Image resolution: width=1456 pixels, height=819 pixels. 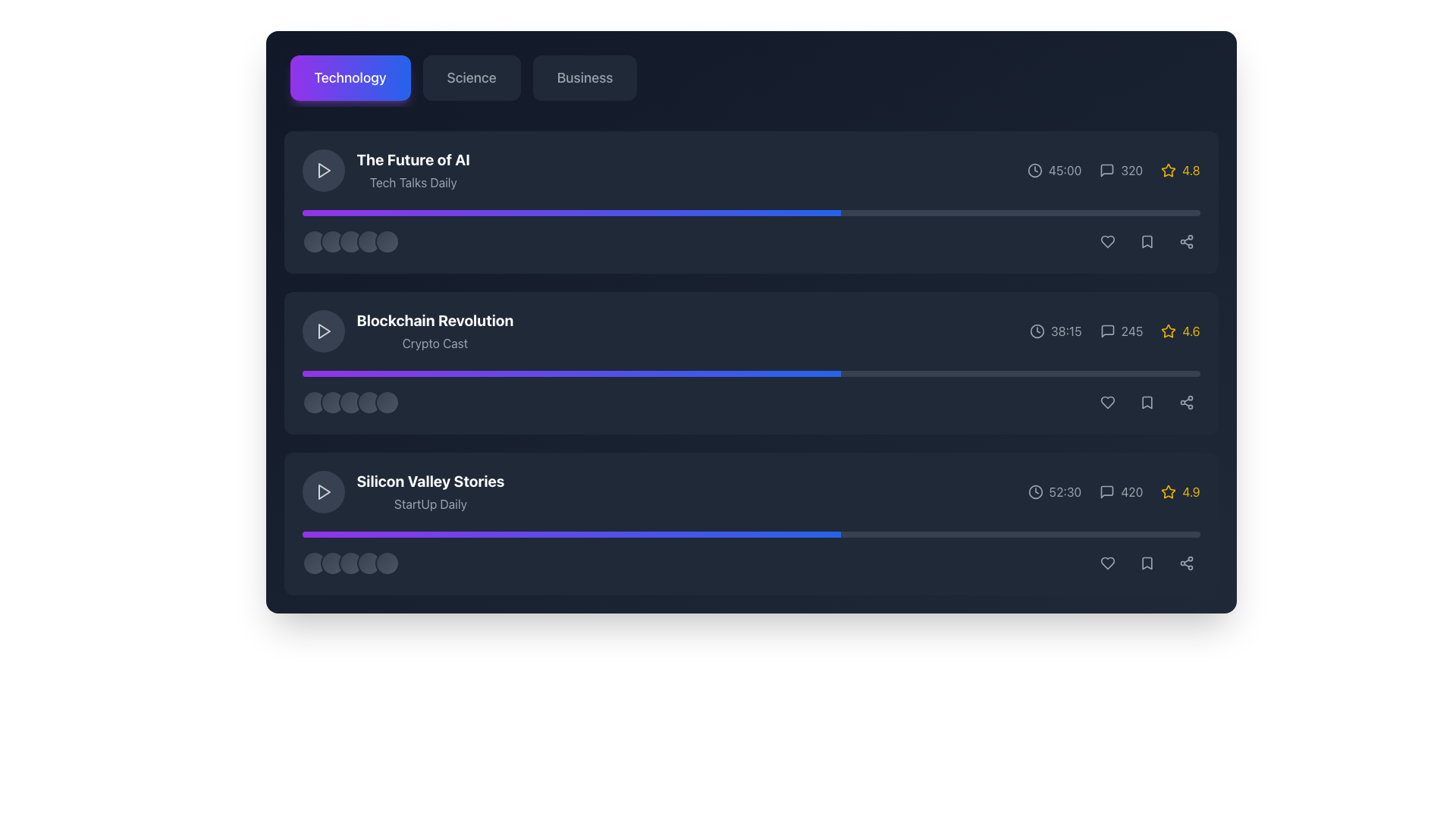 What do you see at coordinates (331, 402) in the screenshot?
I see `the second circular UI component in the sequence of five, located below the 'Blockchain Revolution' text and a purple progress bar` at bounding box center [331, 402].